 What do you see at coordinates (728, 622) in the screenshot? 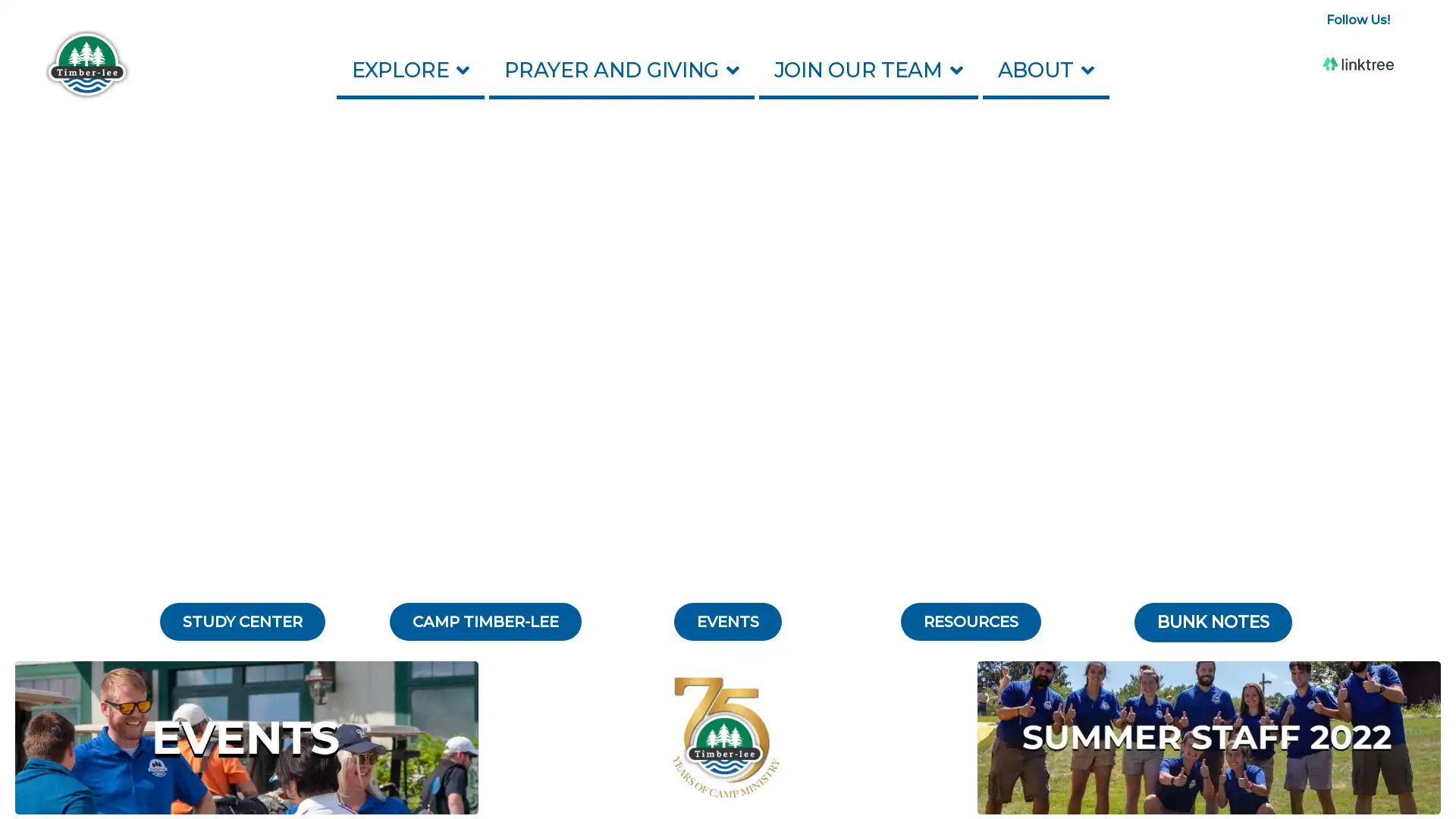
I see `EVENTS` at bounding box center [728, 622].